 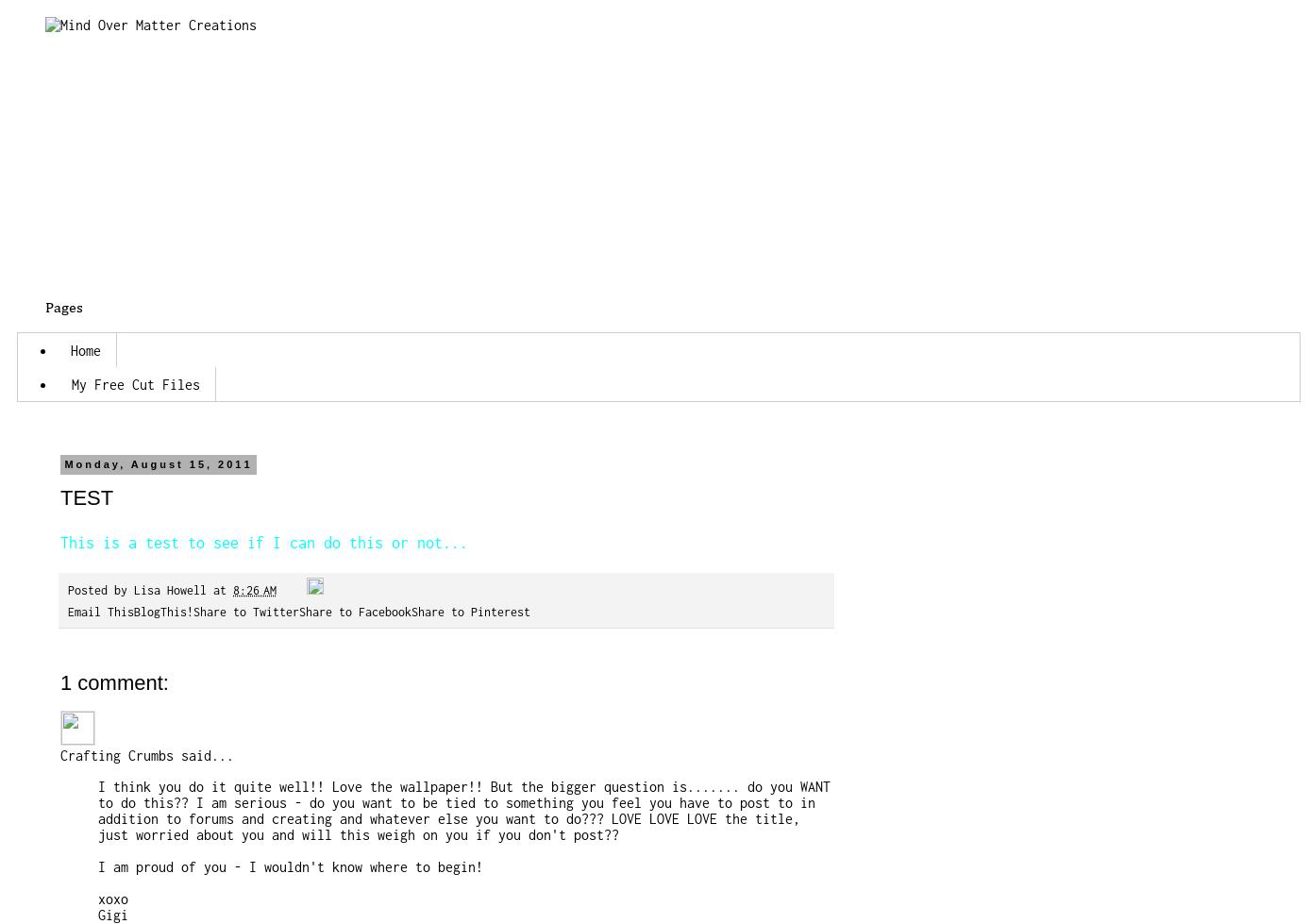 What do you see at coordinates (86, 496) in the screenshot?
I see `'TEST'` at bounding box center [86, 496].